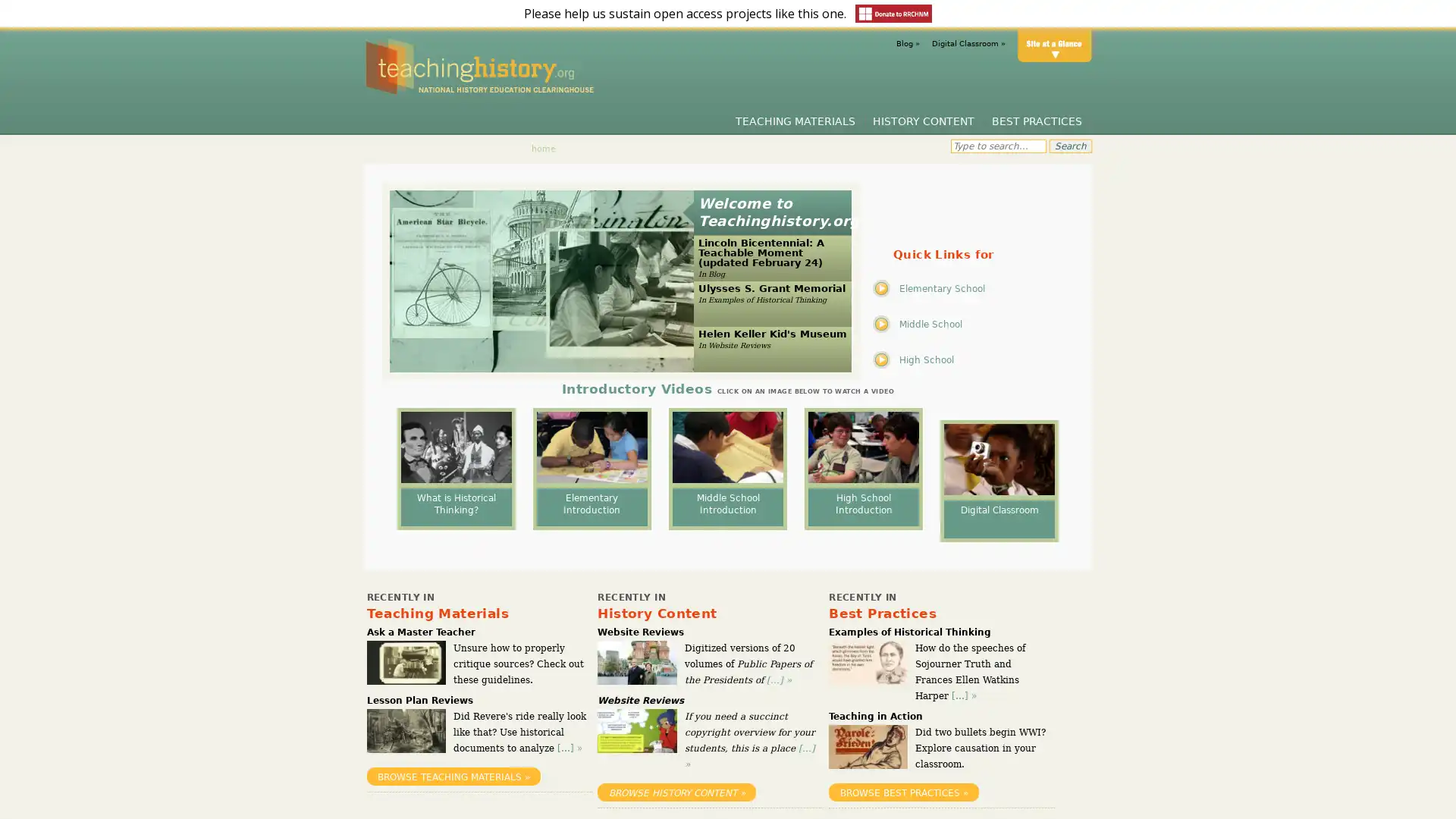  I want to click on Search, so click(1069, 146).